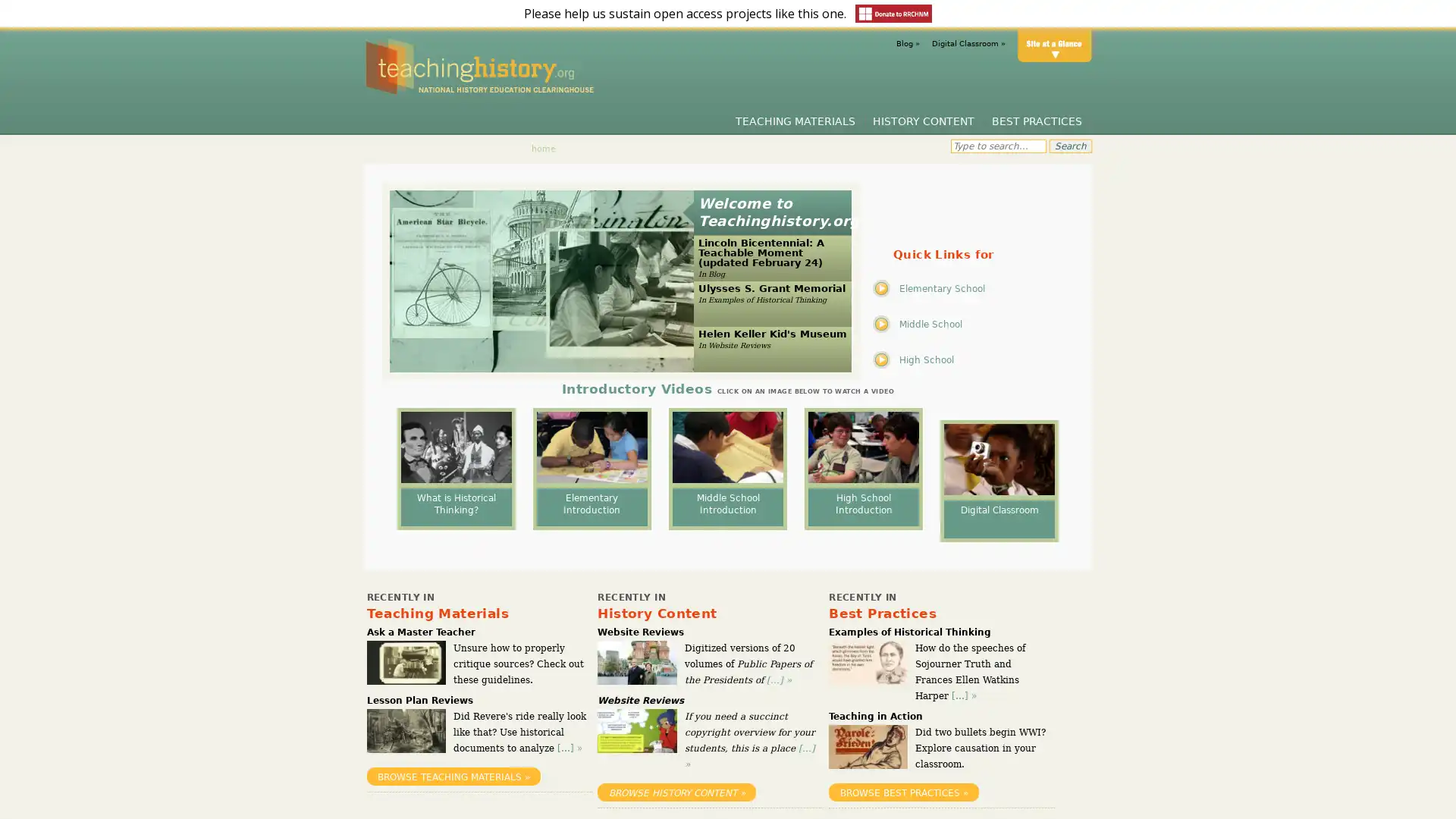  I want to click on Search, so click(1069, 146).